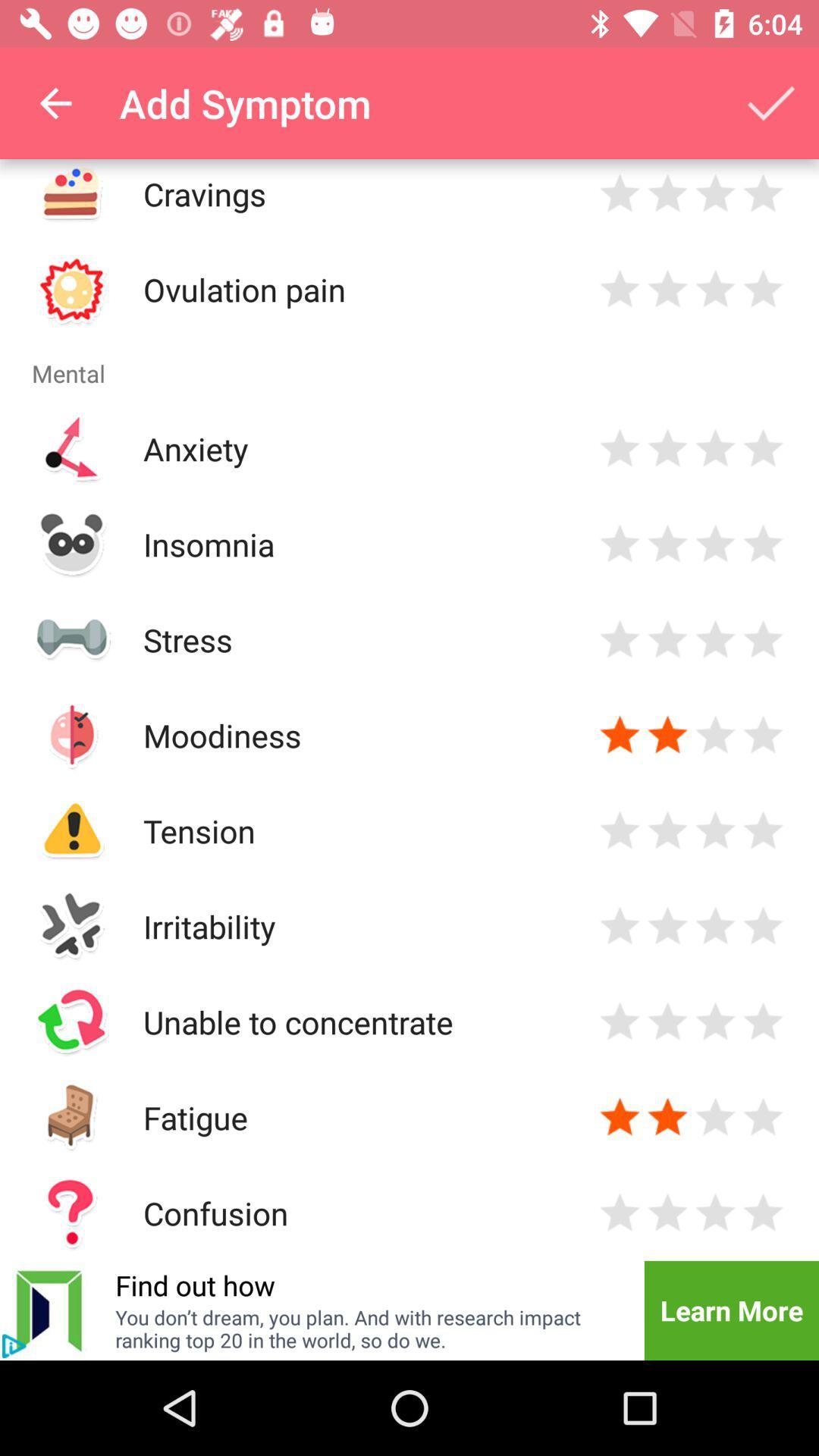  Describe the element at coordinates (763, 193) in the screenshot. I see `feedback` at that location.